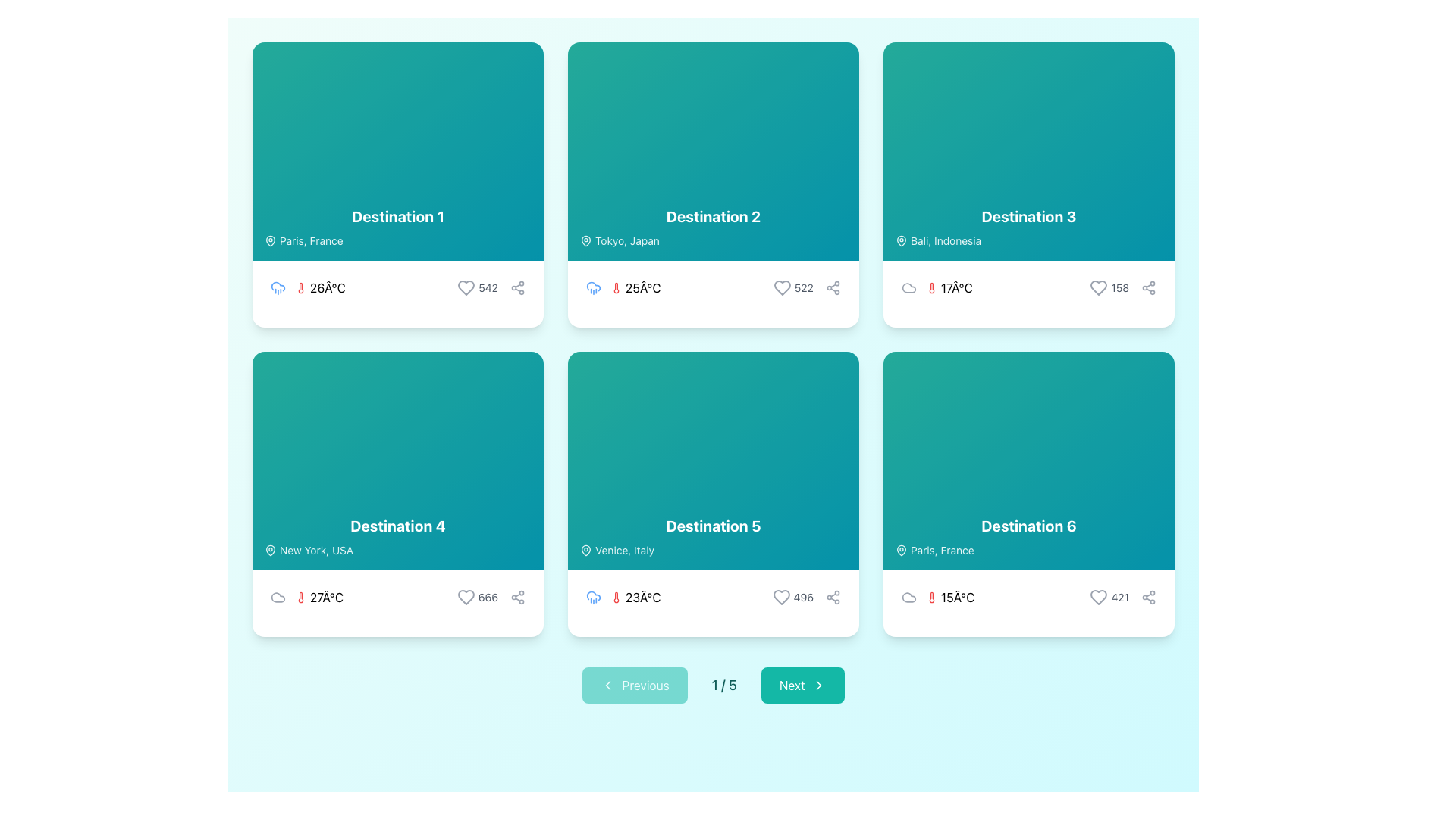 This screenshot has height=819, width=1456. What do you see at coordinates (623, 288) in the screenshot?
I see `the text display in the lower section of the 'Destination 2' card to associate the temperature with the weather condition` at bounding box center [623, 288].